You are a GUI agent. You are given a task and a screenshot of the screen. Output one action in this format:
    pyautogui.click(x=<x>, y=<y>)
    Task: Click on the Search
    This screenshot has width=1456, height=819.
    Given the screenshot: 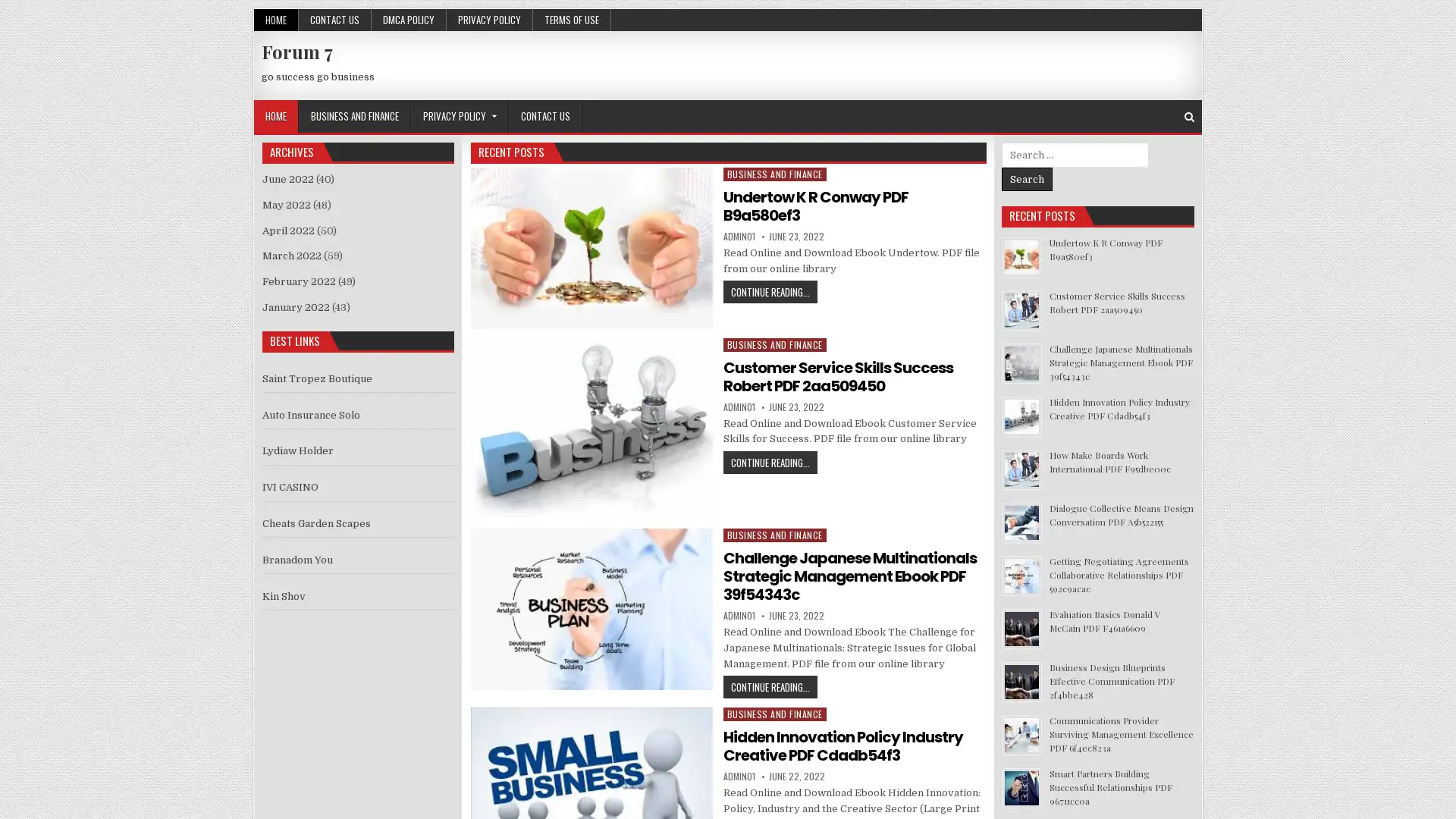 What is the action you would take?
    pyautogui.click(x=1027, y=178)
    